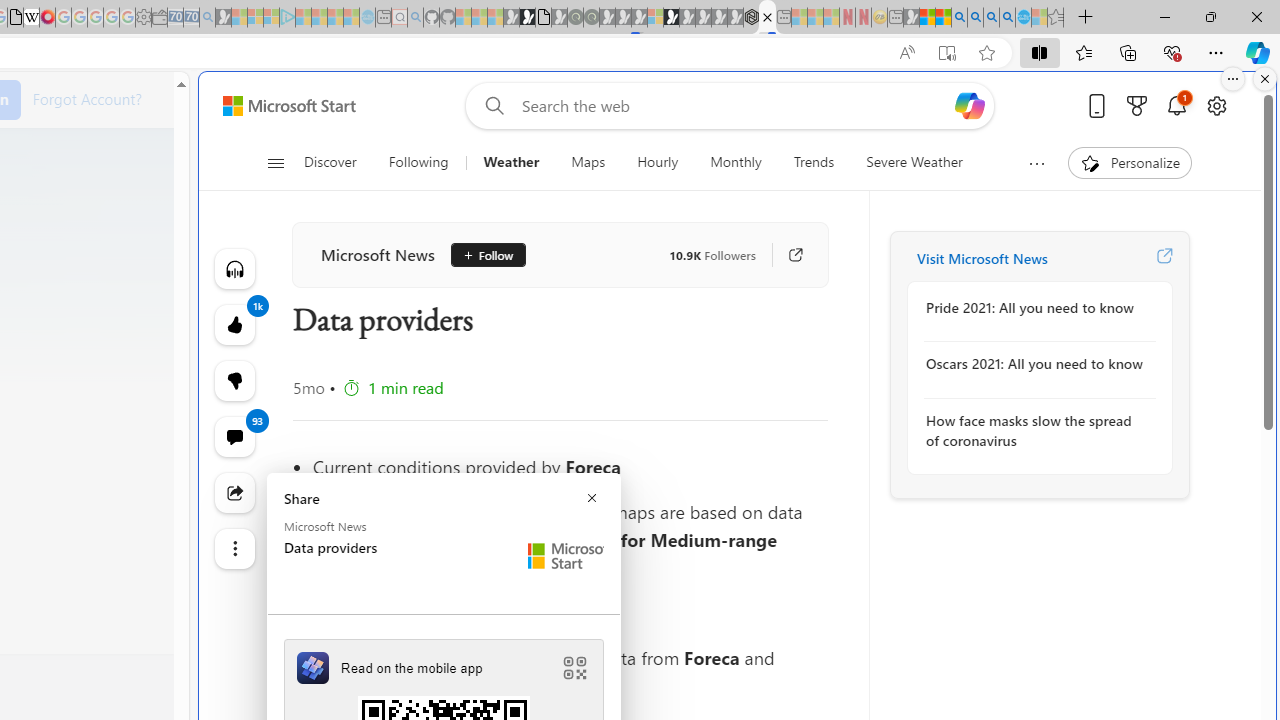  What do you see at coordinates (415, 17) in the screenshot?
I see `'github - Search - Sleeping'` at bounding box center [415, 17].